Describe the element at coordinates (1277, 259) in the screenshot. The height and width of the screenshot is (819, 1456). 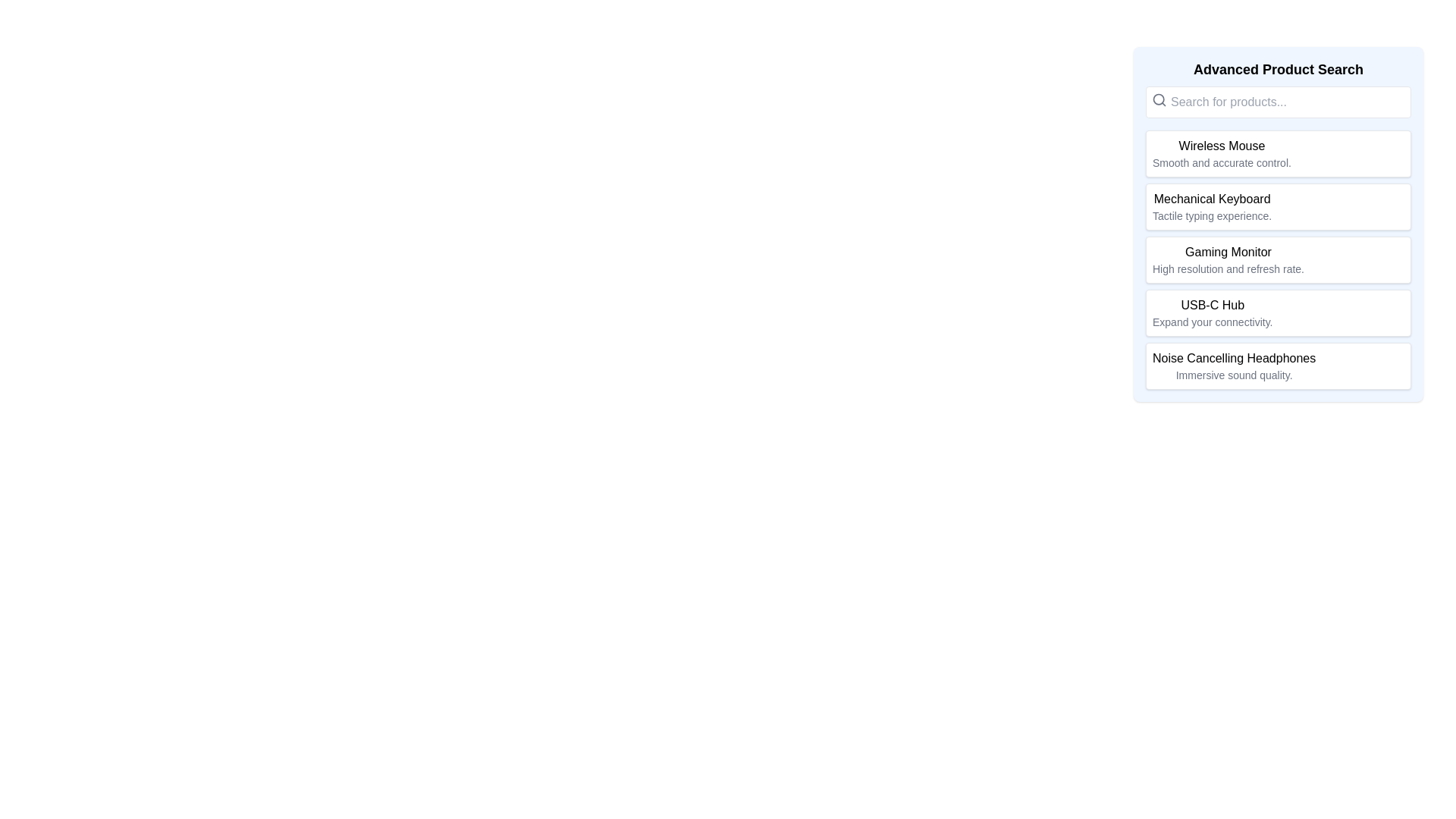
I see `the list item representing the product 'Gaming Monitor'` at that location.